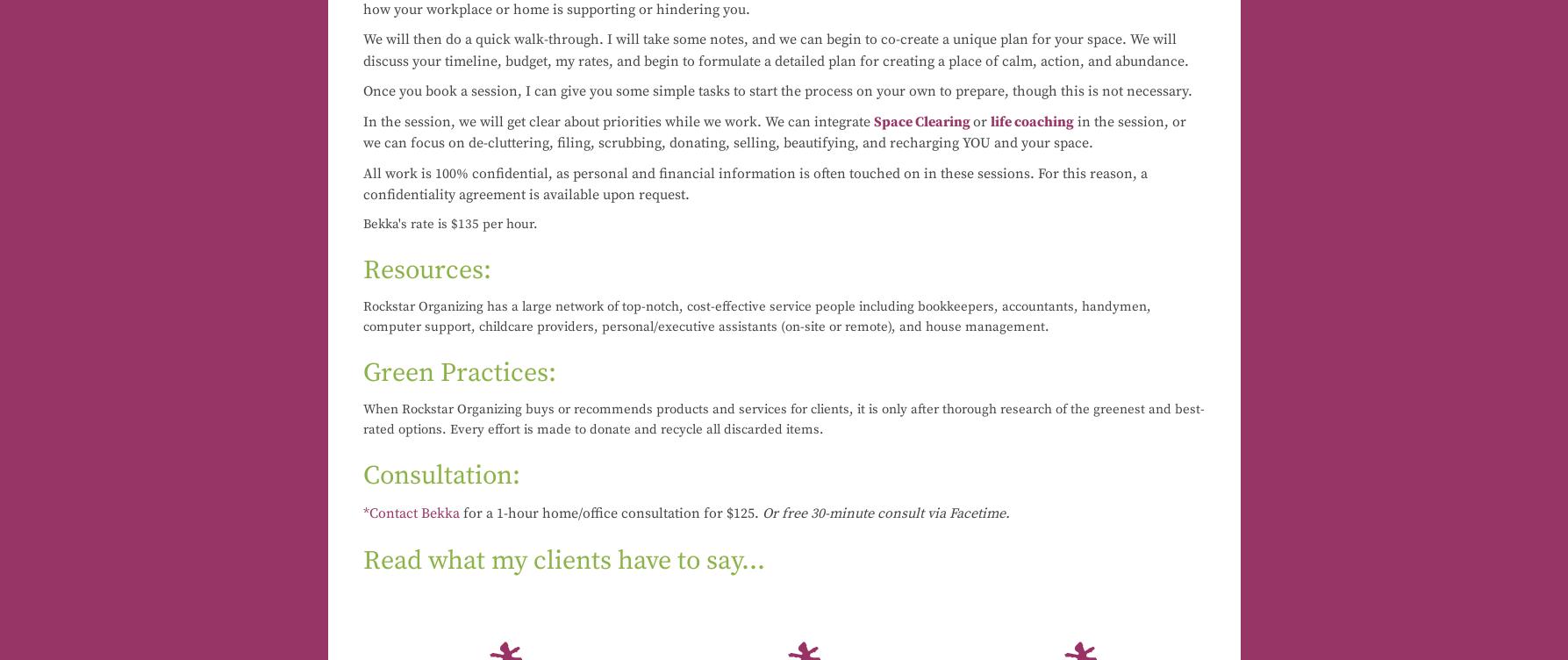 The height and width of the screenshot is (660, 1568). Describe the element at coordinates (609, 513) in the screenshot. I see `'for a 1-hour home/office consultation for $125.'` at that location.